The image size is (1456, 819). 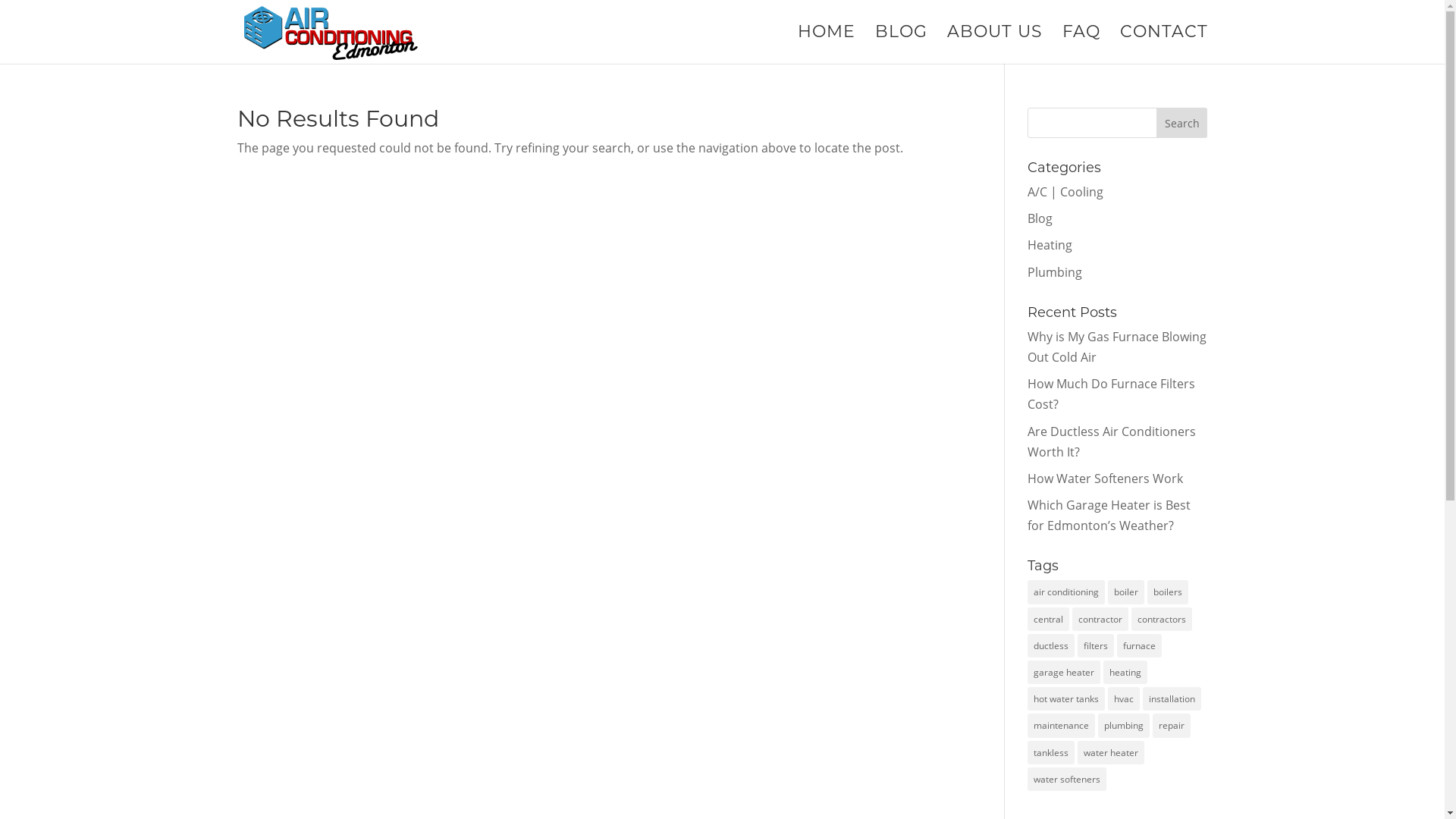 What do you see at coordinates (1080, 44) in the screenshot?
I see `'FAQ'` at bounding box center [1080, 44].